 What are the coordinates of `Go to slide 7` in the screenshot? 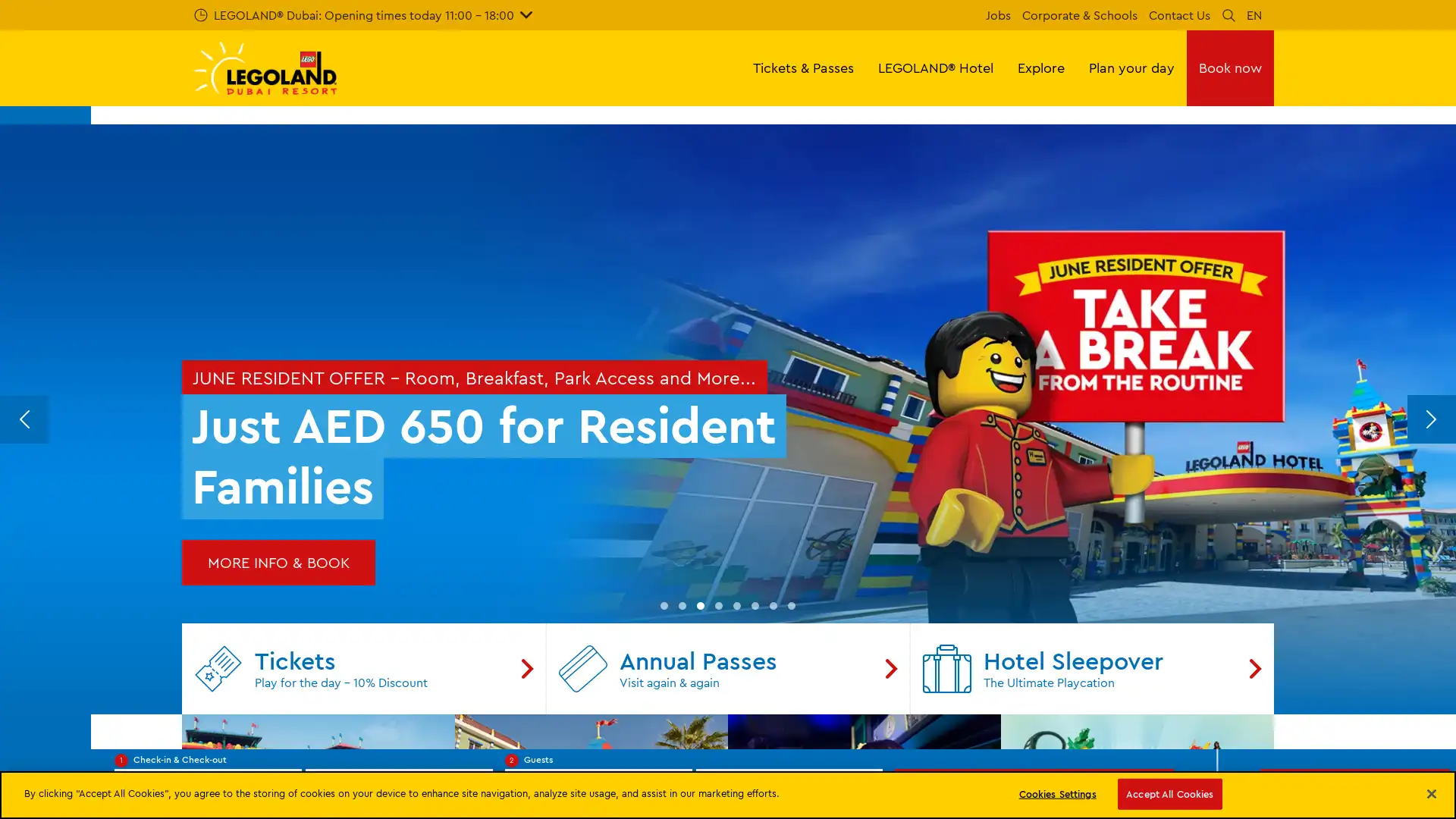 It's located at (773, 604).